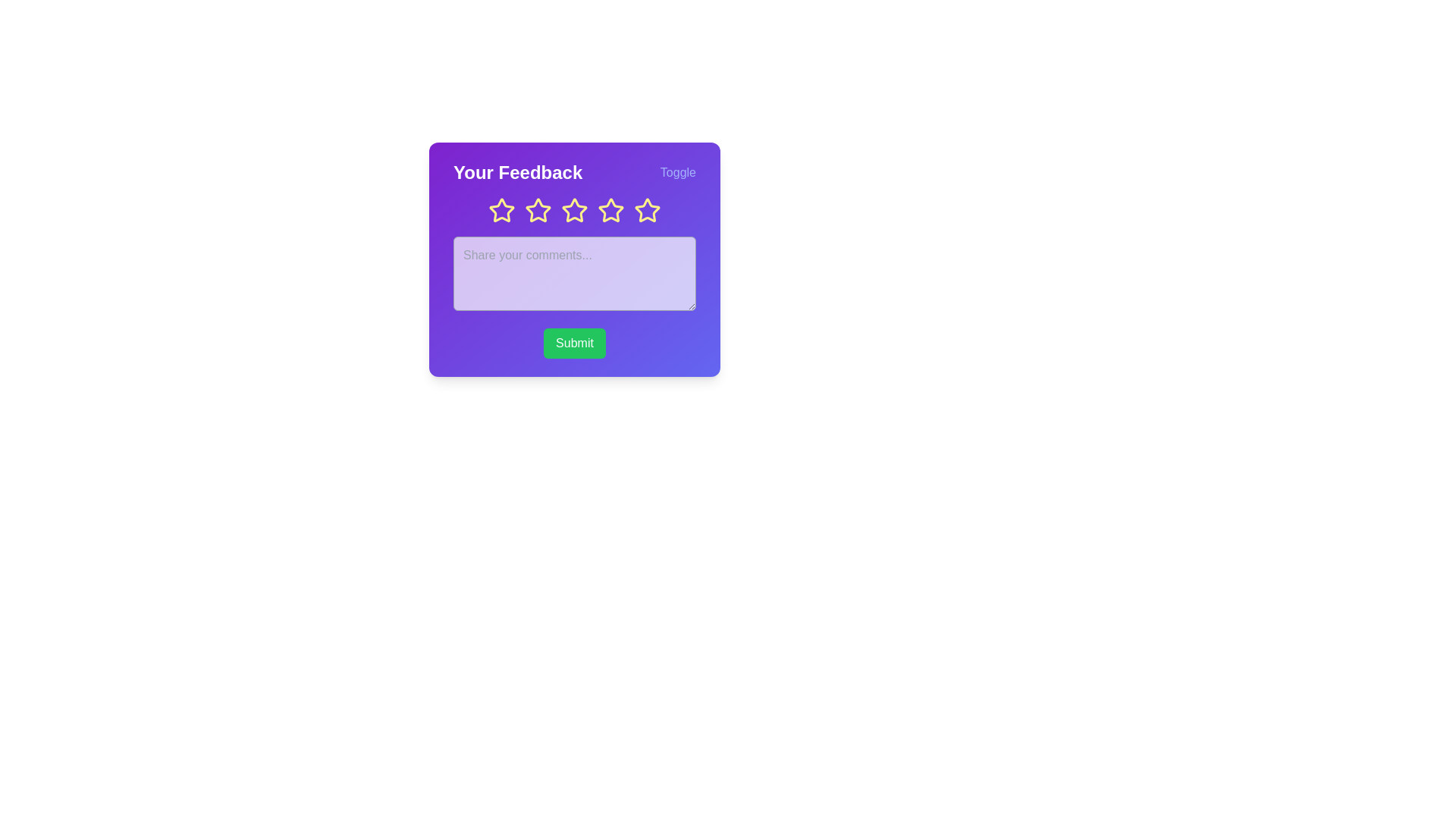 Image resolution: width=1456 pixels, height=819 pixels. What do you see at coordinates (611, 210) in the screenshot?
I see `the fourth star icon in the 5-star rating system` at bounding box center [611, 210].